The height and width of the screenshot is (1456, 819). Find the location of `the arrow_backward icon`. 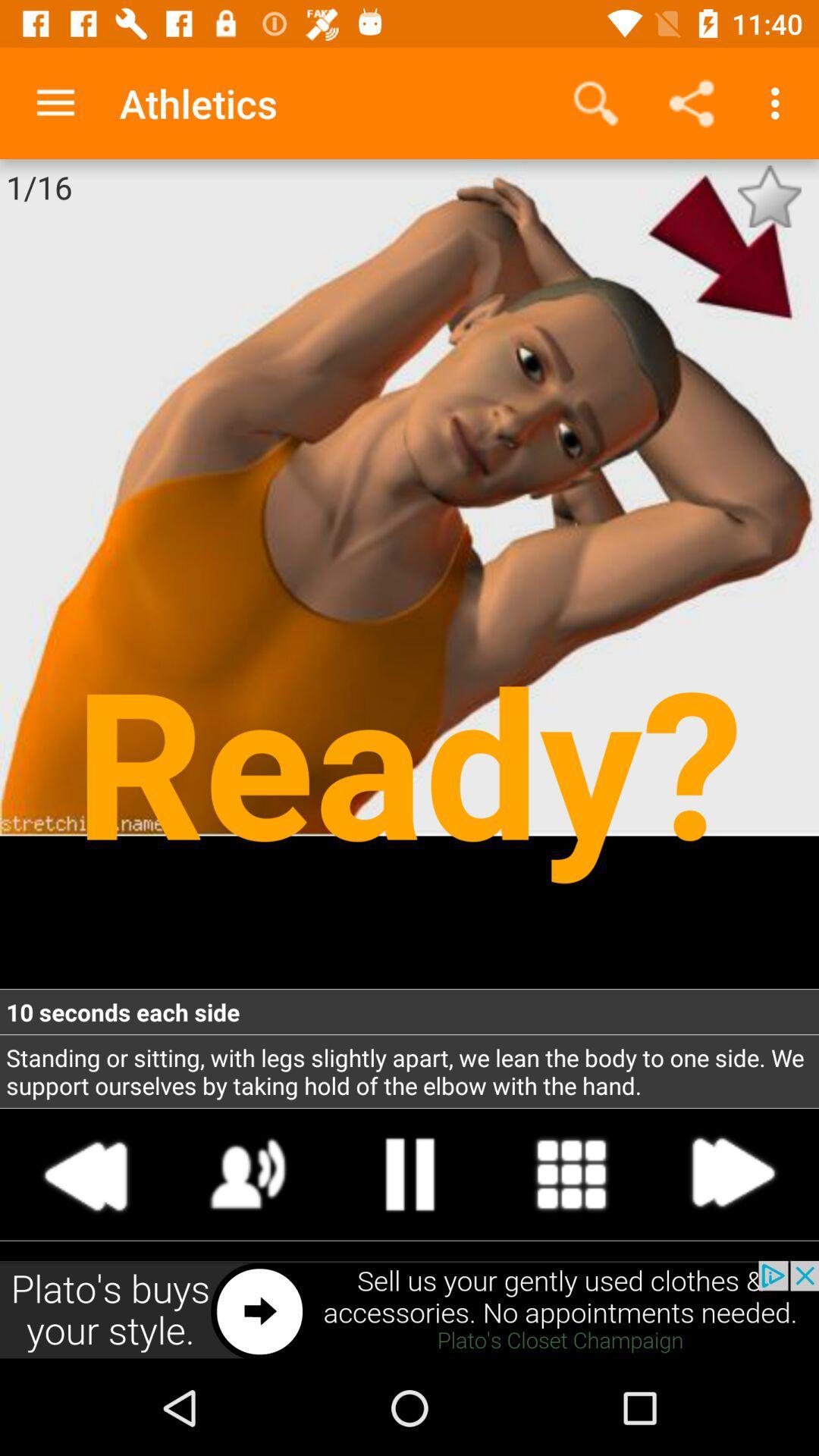

the arrow_backward icon is located at coordinates (86, 1173).